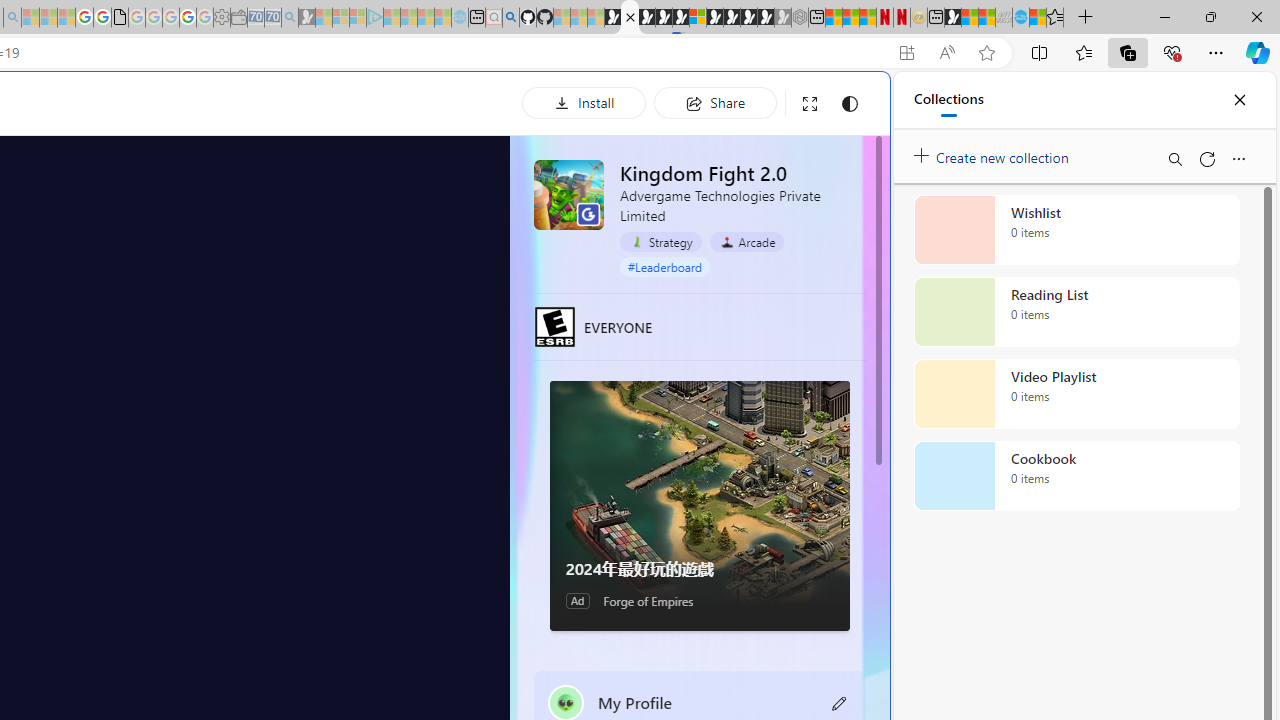  I want to click on 'Frequently visited', so click(417, 265).